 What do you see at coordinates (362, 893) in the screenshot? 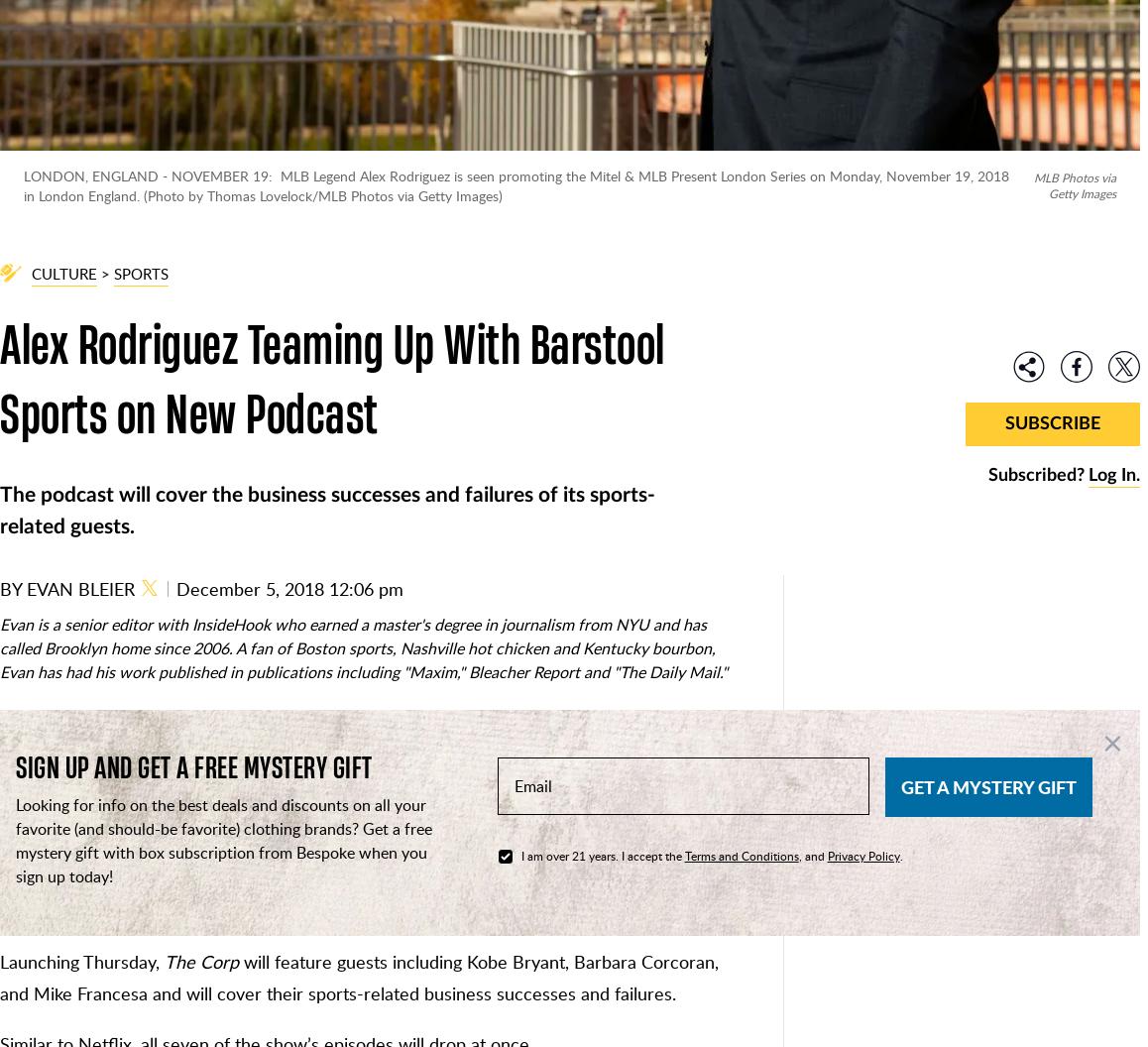
I see `'An odd match, A-Rod will host the podcast with Dan Katz, better known as “Big Cat,” co-host of Barstool’s flagship sports podcast'` at bounding box center [362, 893].